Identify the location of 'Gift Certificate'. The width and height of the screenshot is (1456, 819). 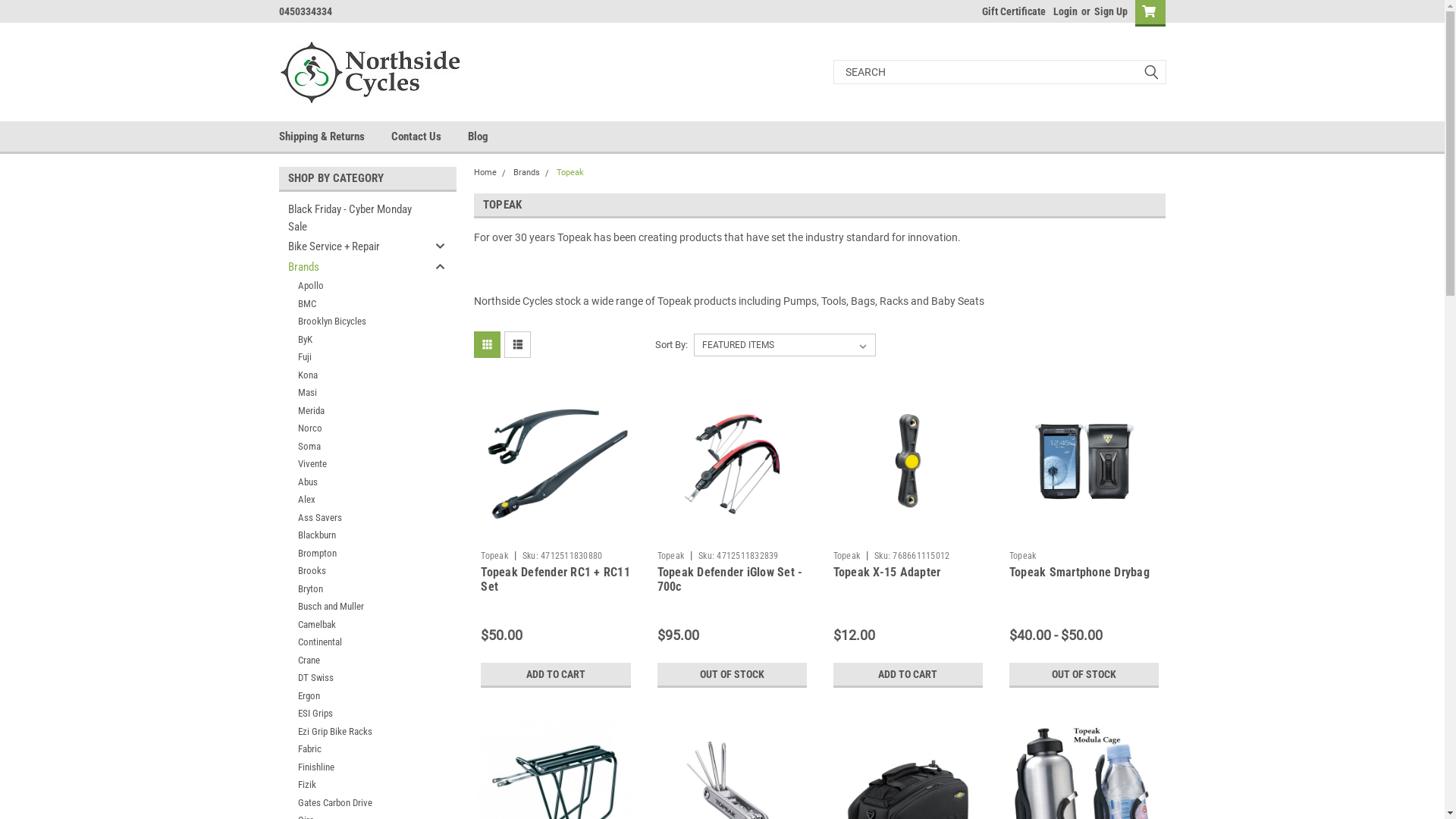
(1009, 11).